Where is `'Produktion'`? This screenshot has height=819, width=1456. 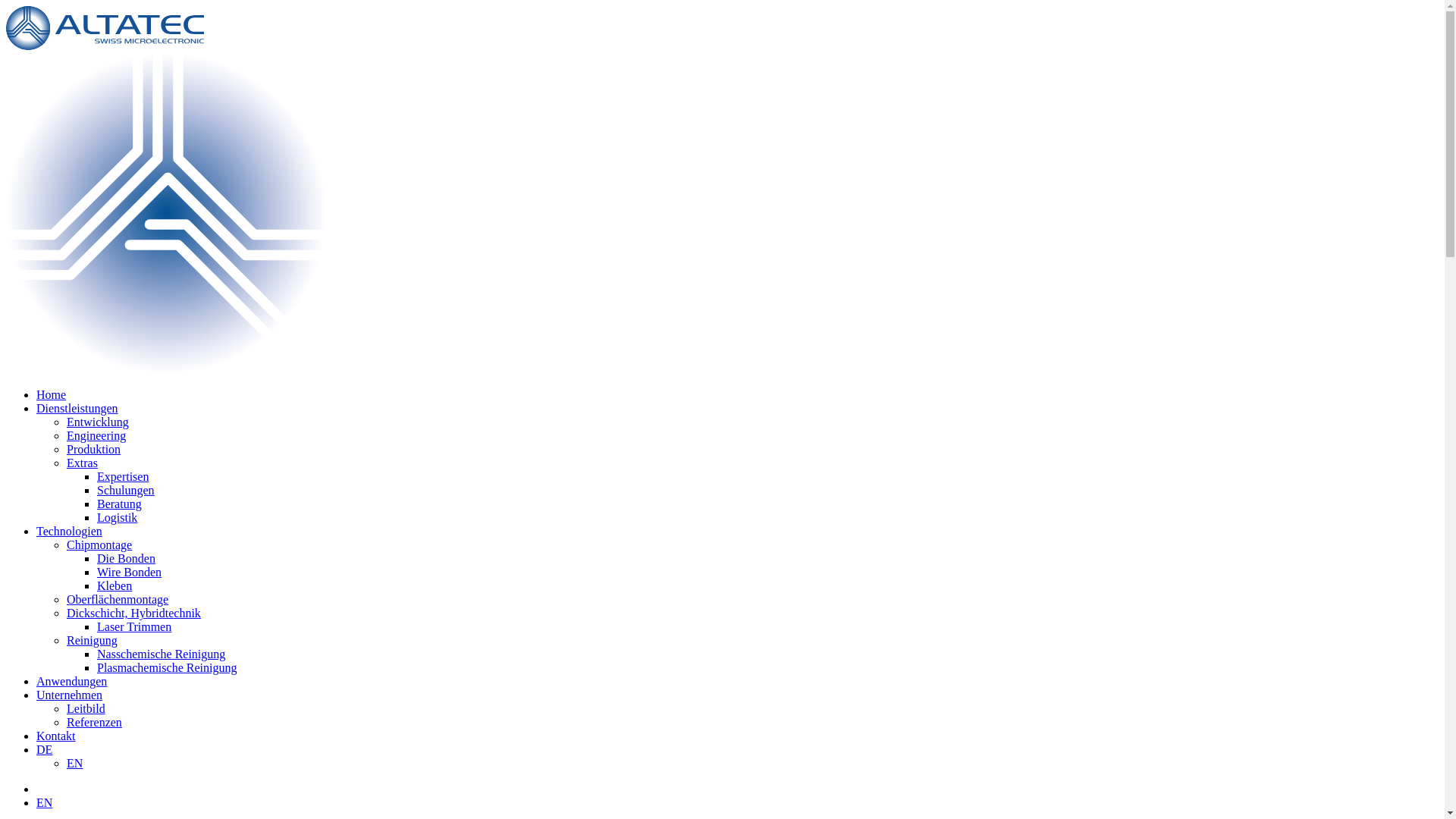 'Produktion' is located at coordinates (93, 448).